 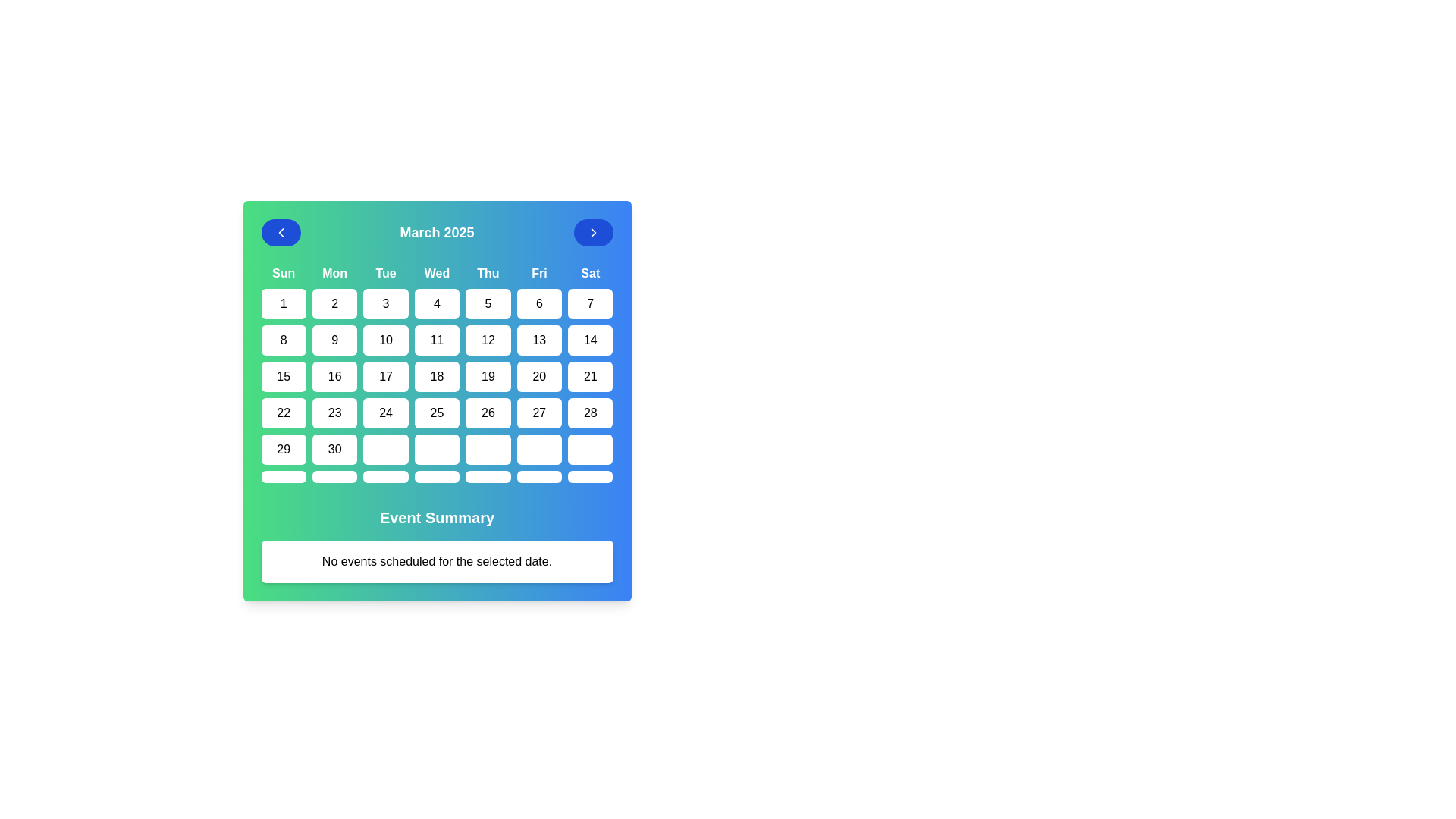 What do you see at coordinates (385, 339) in the screenshot?
I see `the rounded rectangular button with a white background and black text '10' located in the March 2025 calendar grid under the day label 'Tue' to change its background to green` at bounding box center [385, 339].